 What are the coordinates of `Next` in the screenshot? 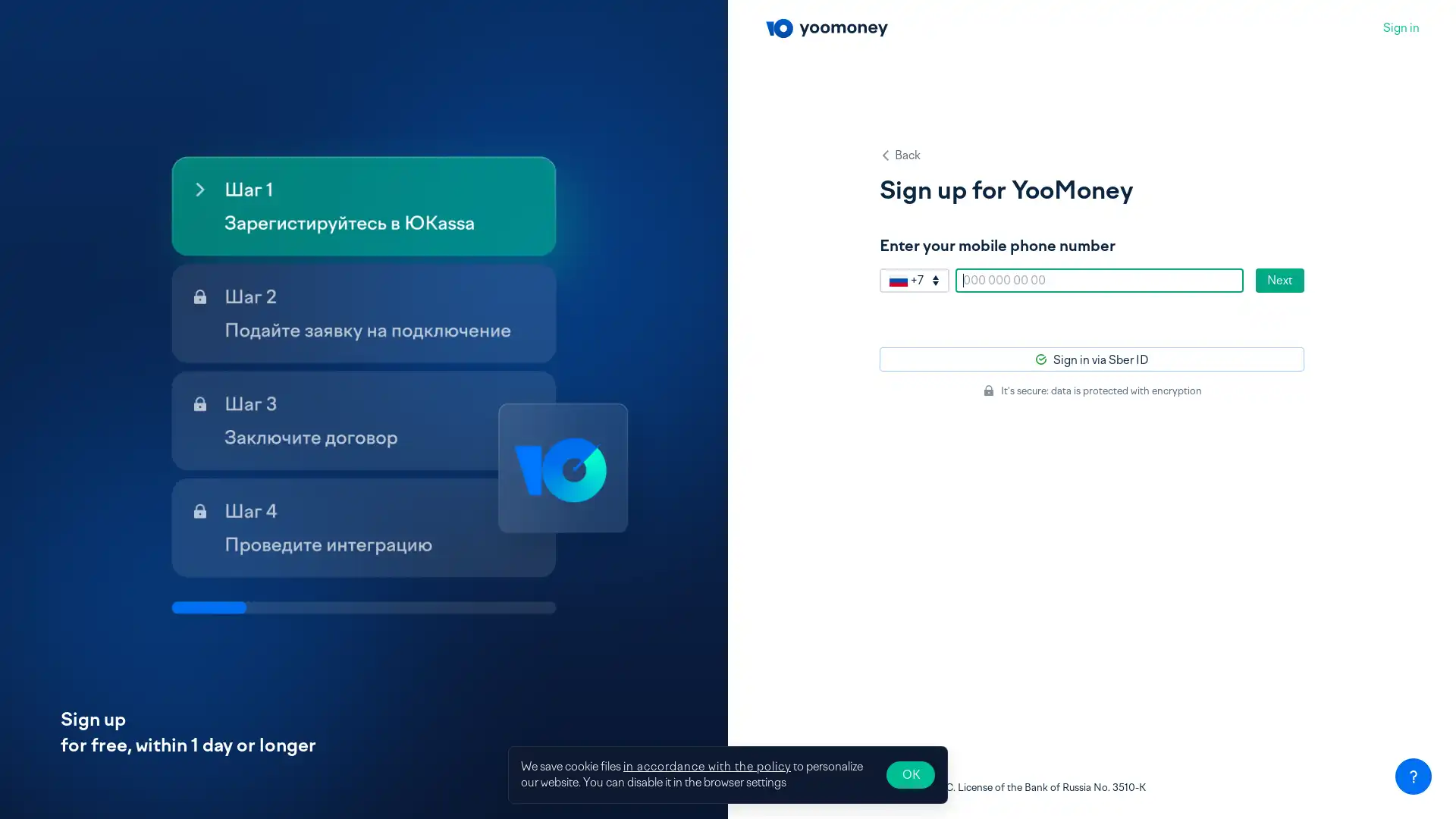 It's located at (1279, 281).